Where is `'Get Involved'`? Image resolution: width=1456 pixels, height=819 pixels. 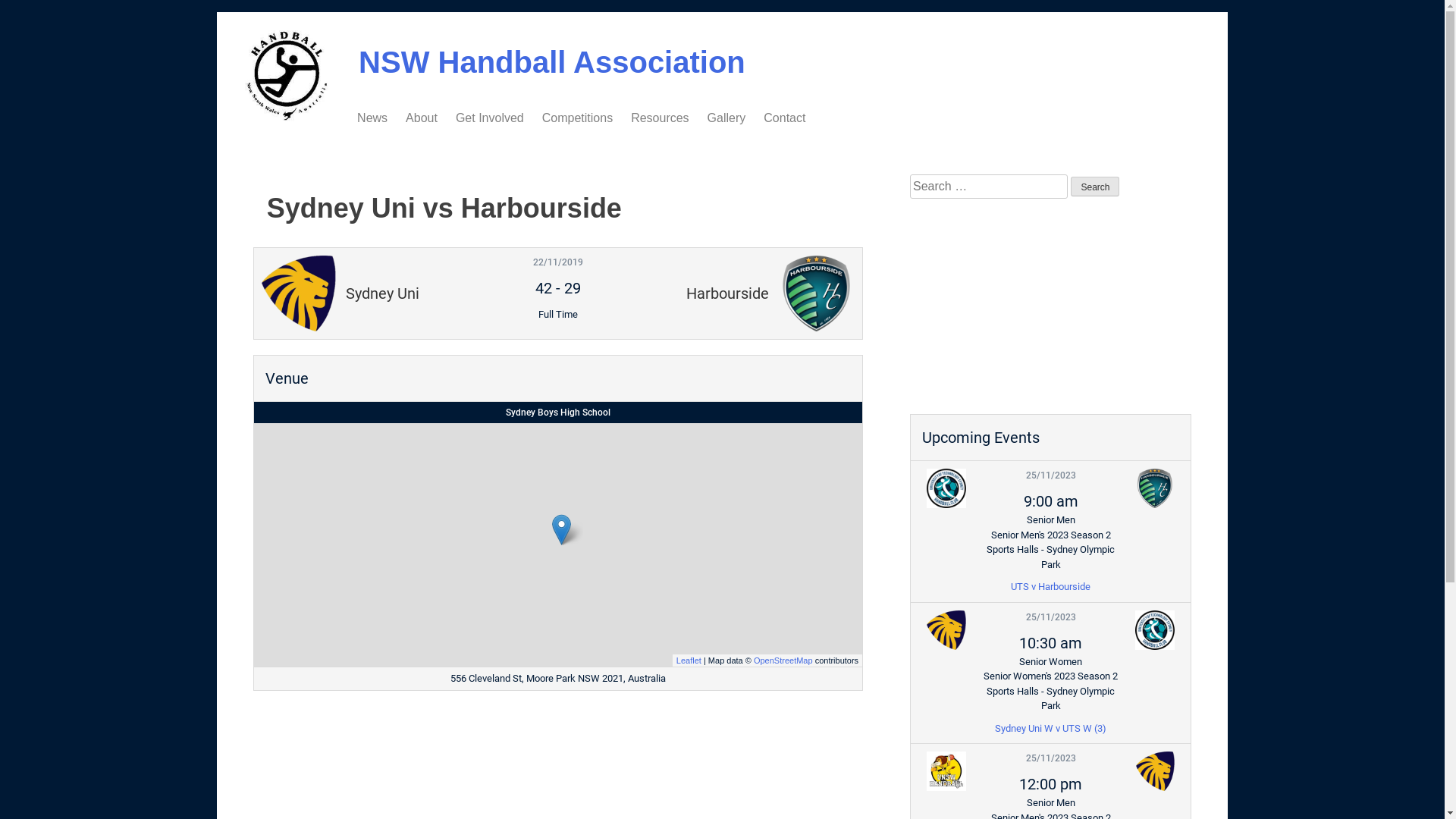
'Get Involved' is located at coordinates (454, 117).